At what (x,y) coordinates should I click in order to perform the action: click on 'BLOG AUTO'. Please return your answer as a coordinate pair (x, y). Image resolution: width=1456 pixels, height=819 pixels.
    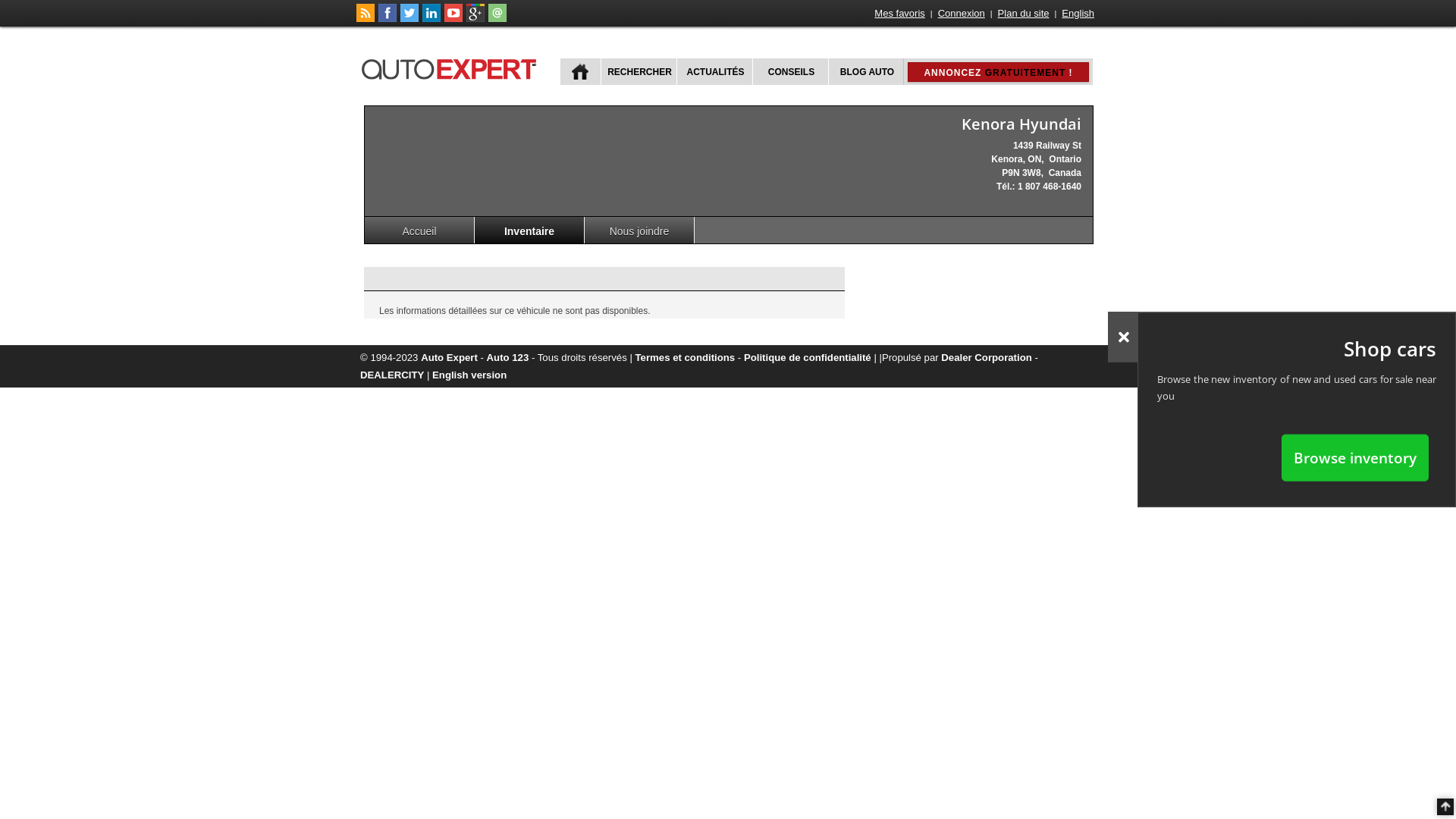
    Looking at the image, I should click on (866, 71).